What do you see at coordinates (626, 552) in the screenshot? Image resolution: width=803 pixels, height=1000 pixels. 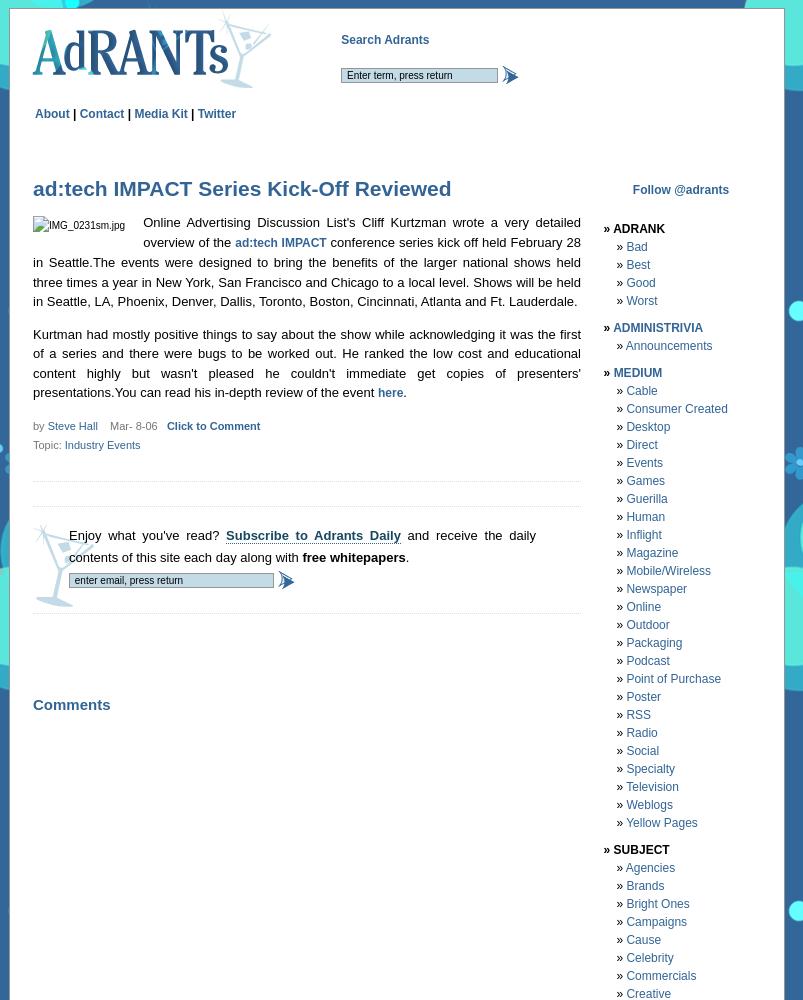 I see `'Magazine'` at bounding box center [626, 552].